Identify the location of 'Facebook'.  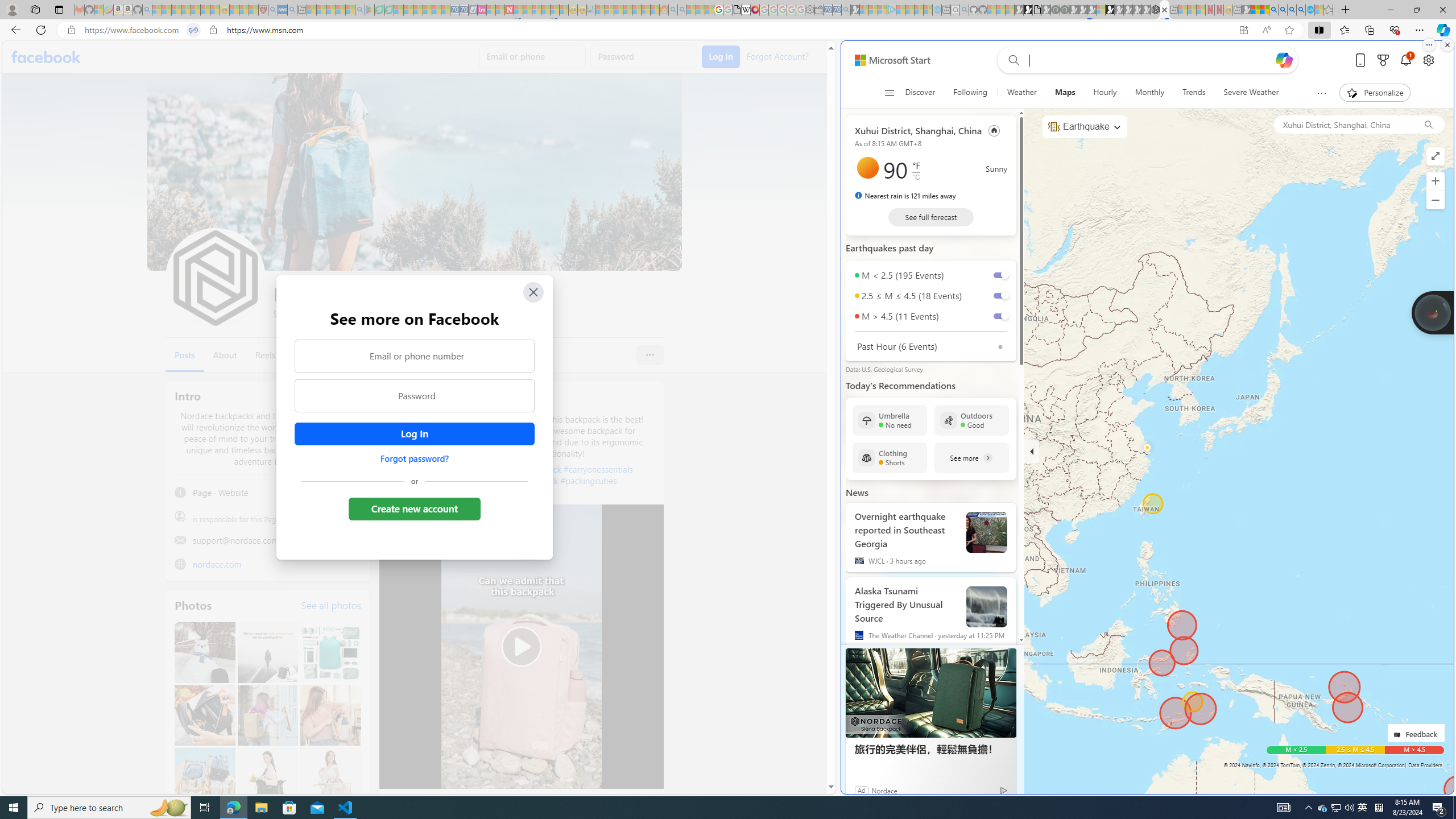
(46, 56).